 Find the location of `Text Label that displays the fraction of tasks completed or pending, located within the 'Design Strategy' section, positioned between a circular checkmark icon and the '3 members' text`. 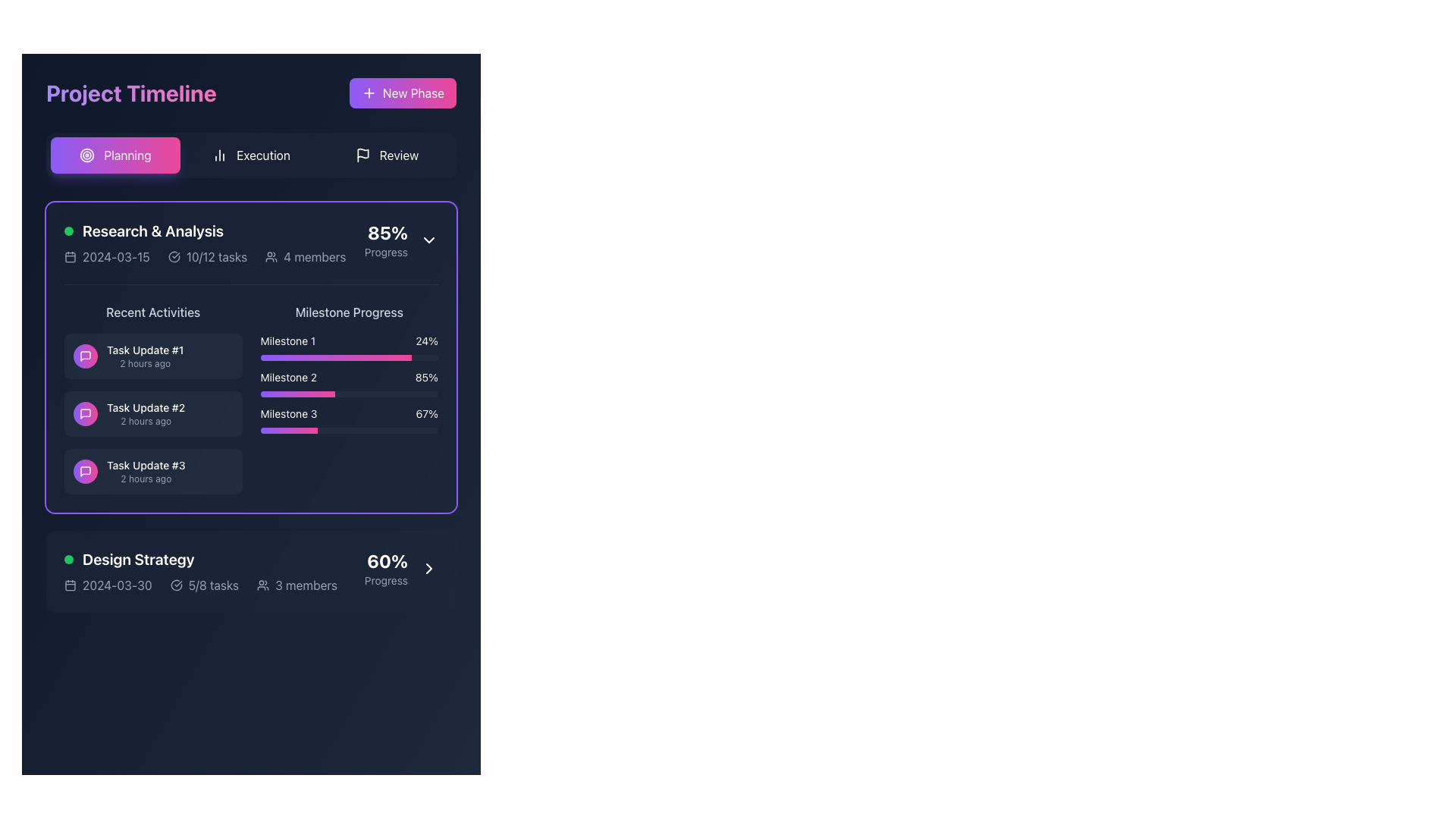

Text Label that displays the fraction of tasks completed or pending, located within the 'Design Strategy' section, positioned between a circular checkmark icon and the '3 members' text is located at coordinates (212, 584).